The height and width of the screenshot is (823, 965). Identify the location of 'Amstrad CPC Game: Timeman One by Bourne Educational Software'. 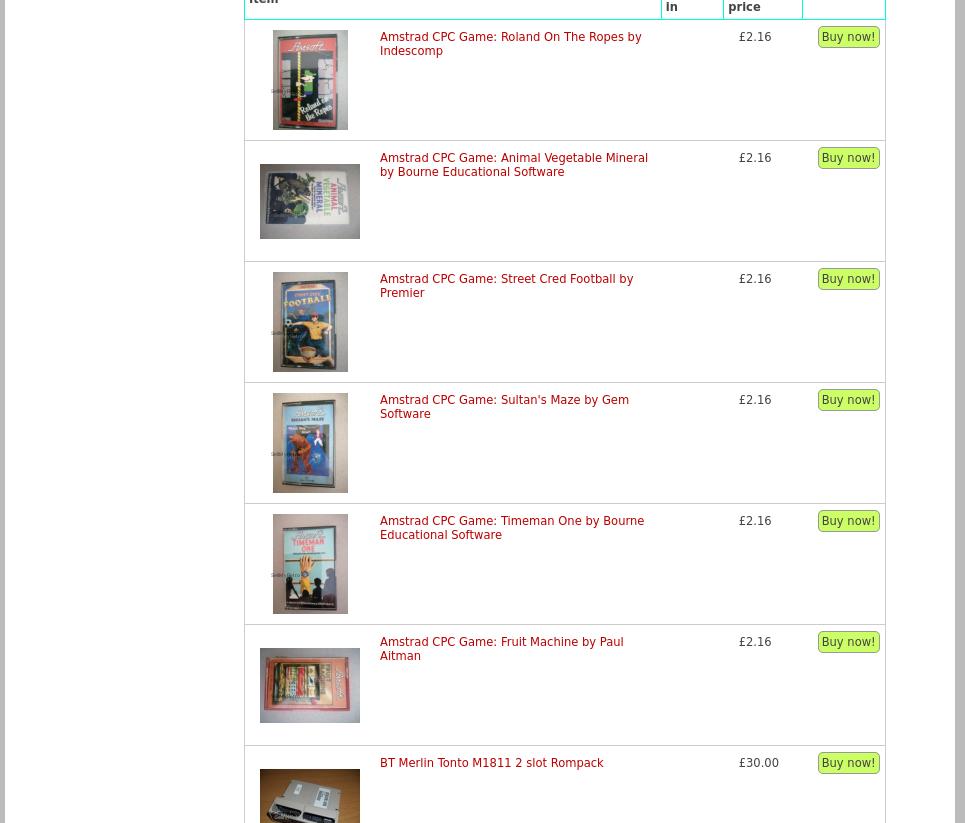
(512, 526).